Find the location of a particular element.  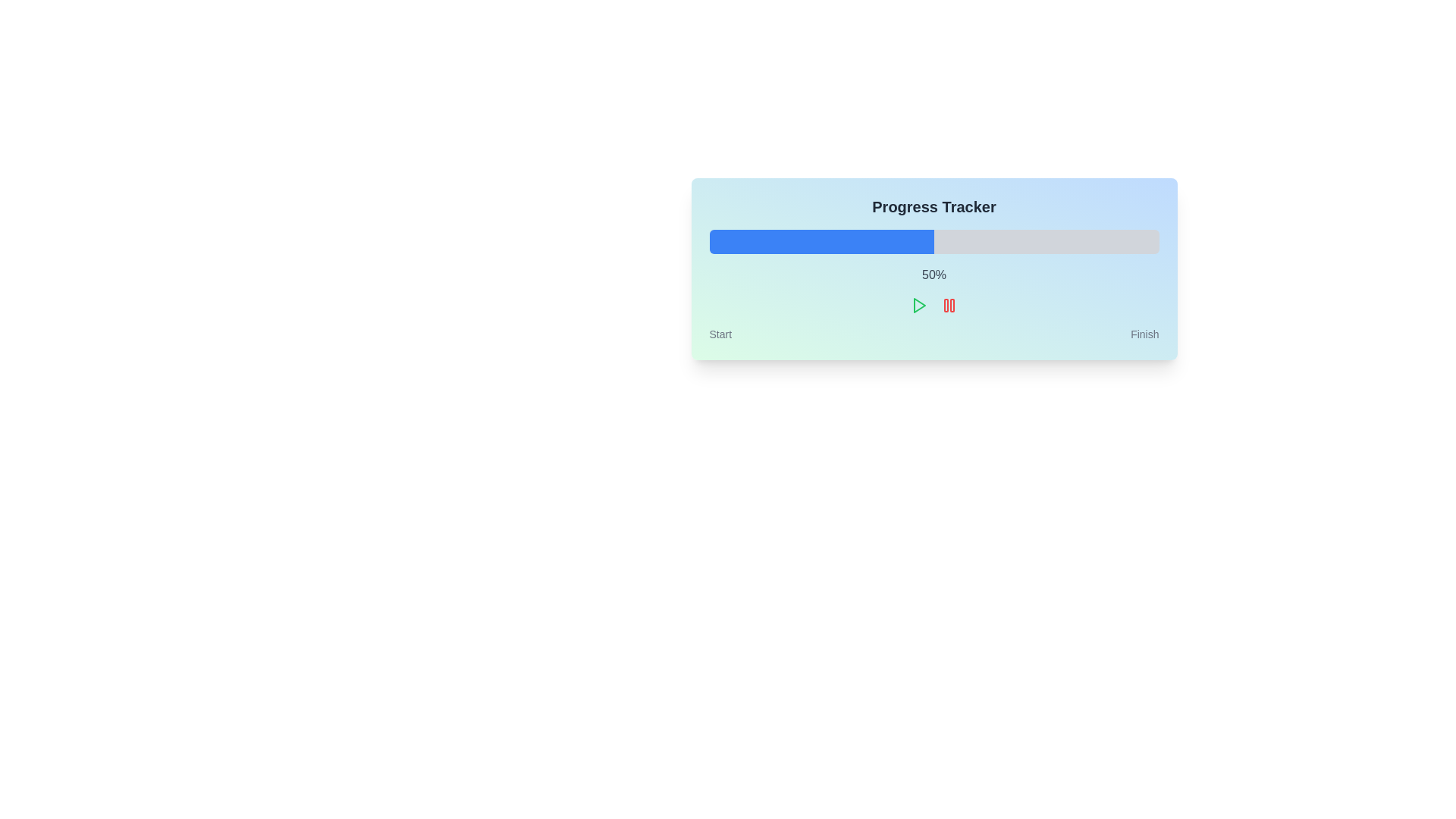

the percentage progress text located centrally beneath the progress bar in the 'Progress Tracker' component is located at coordinates (934, 275).